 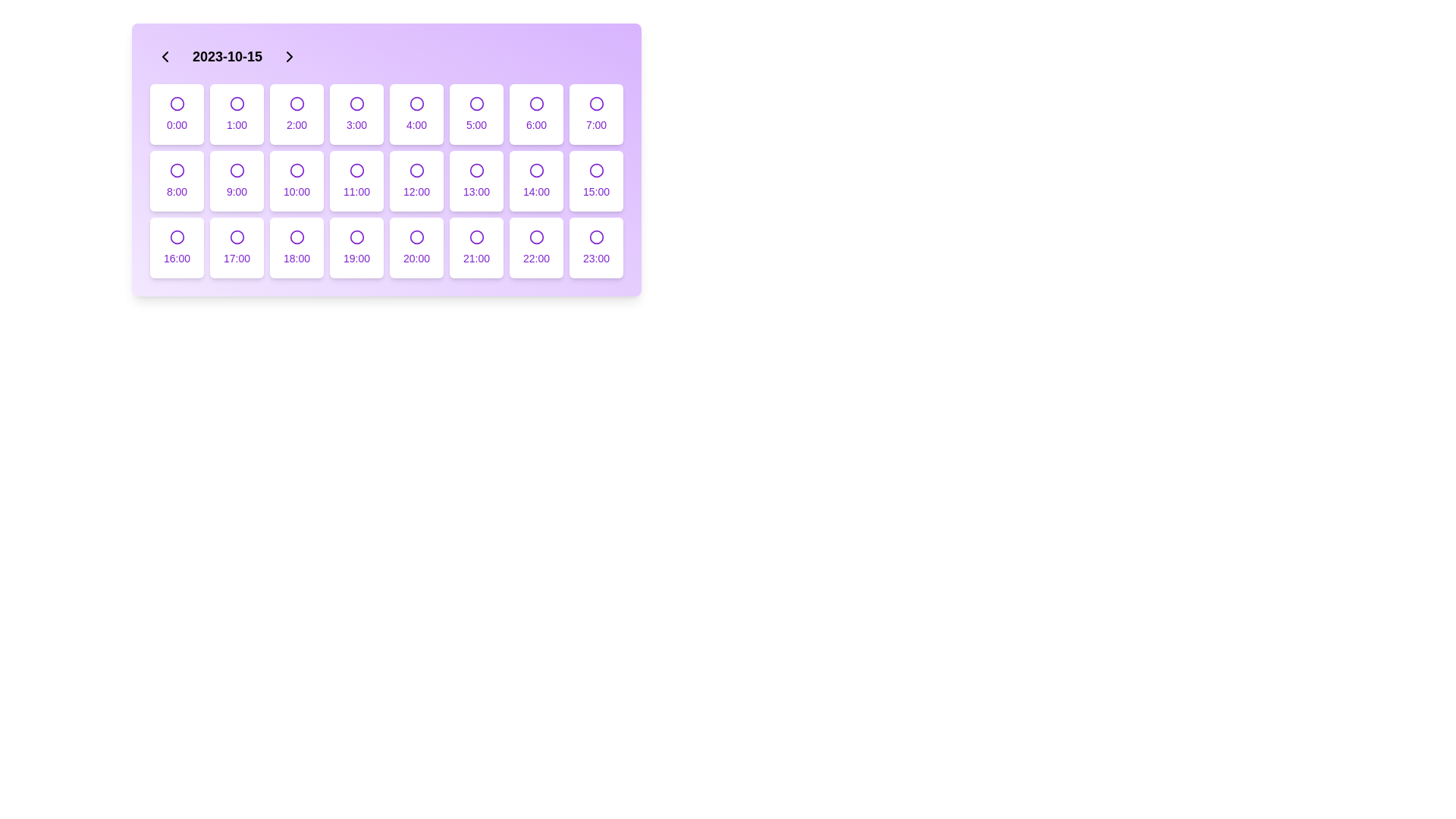 I want to click on the Circular Icon within the '16:00' time-slot card, so click(x=177, y=237).